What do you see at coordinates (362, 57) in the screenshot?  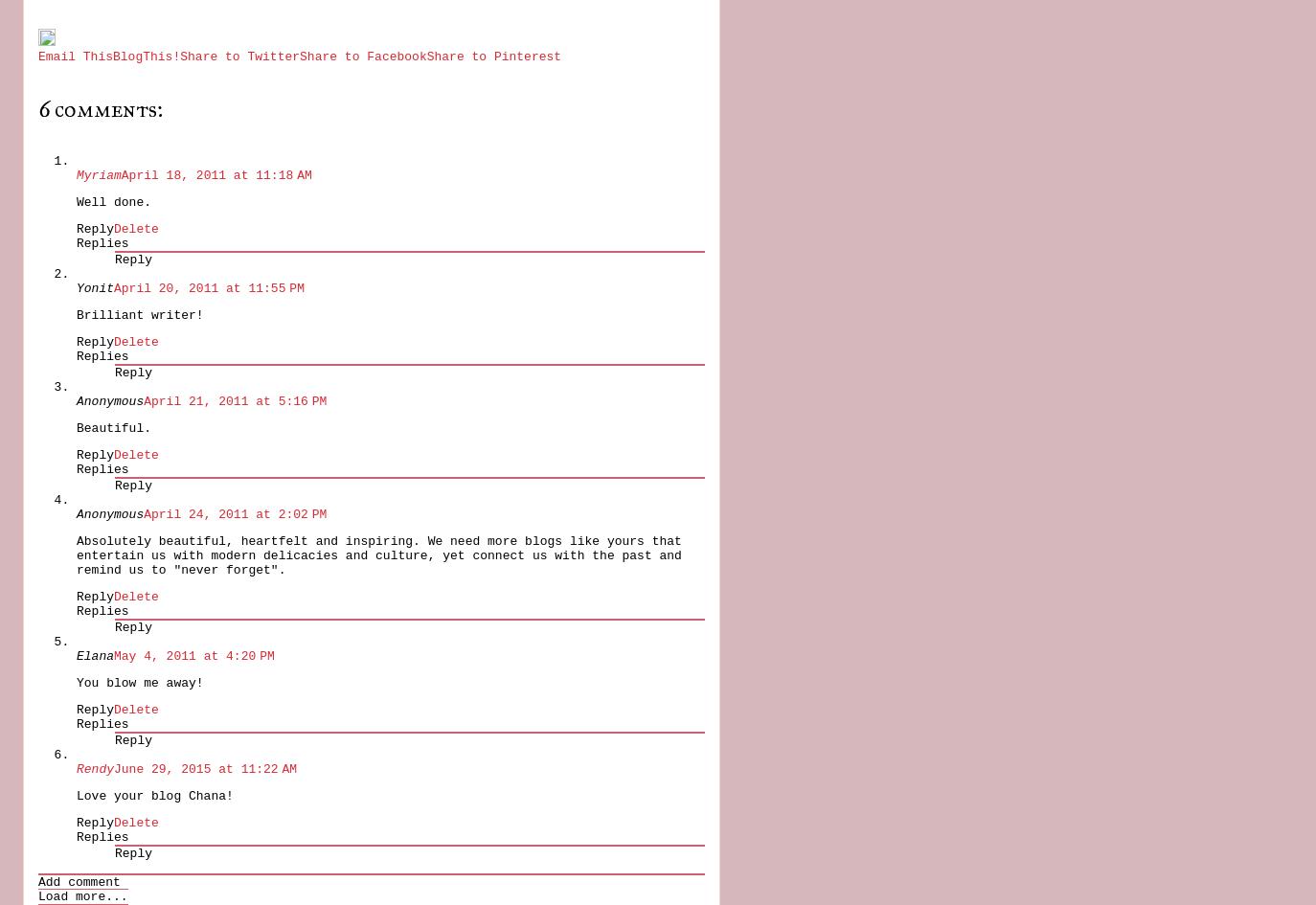 I see `'Share to Facebook'` at bounding box center [362, 57].